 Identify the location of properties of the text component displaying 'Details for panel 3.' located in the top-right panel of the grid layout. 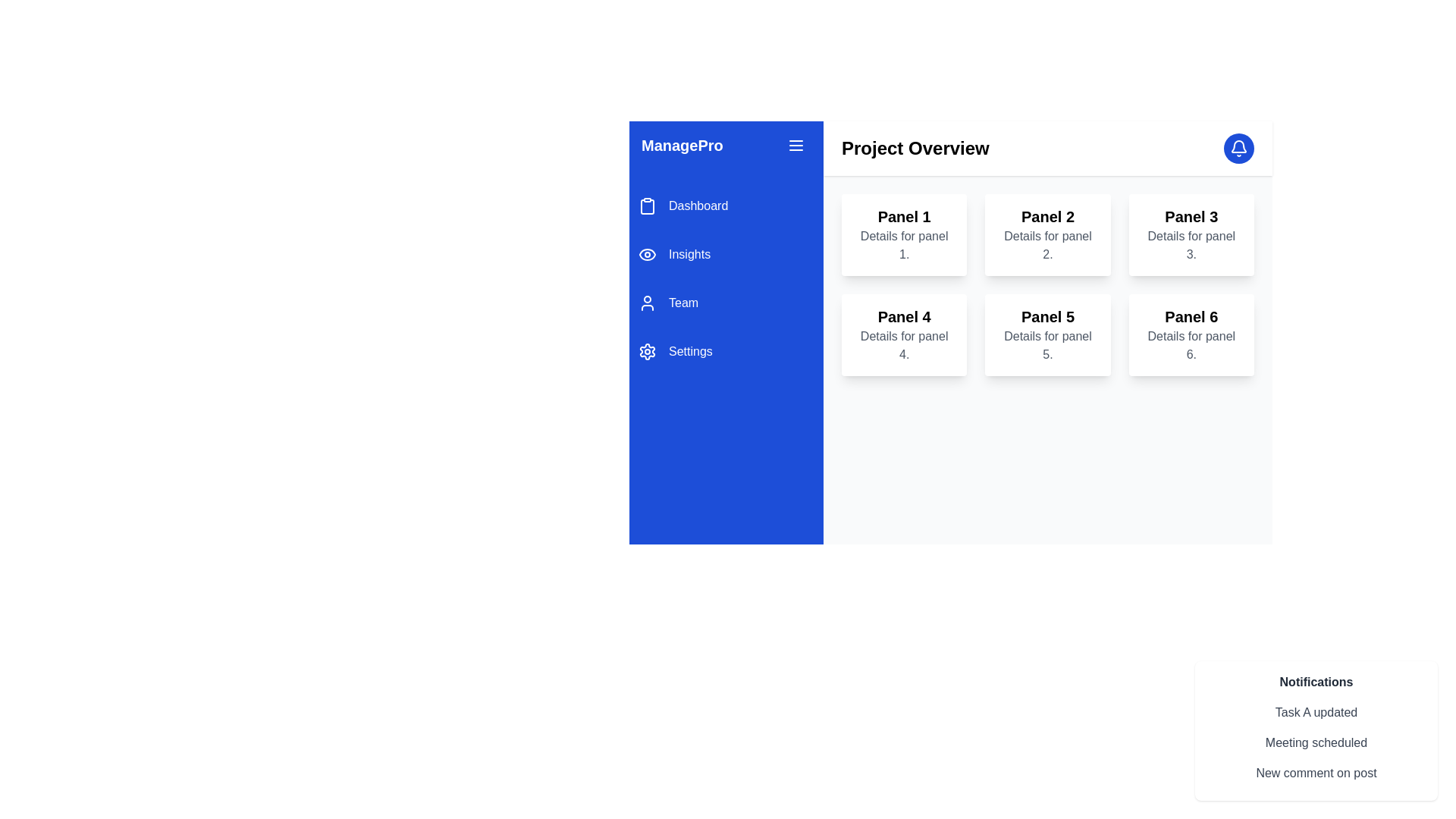
(1191, 245).